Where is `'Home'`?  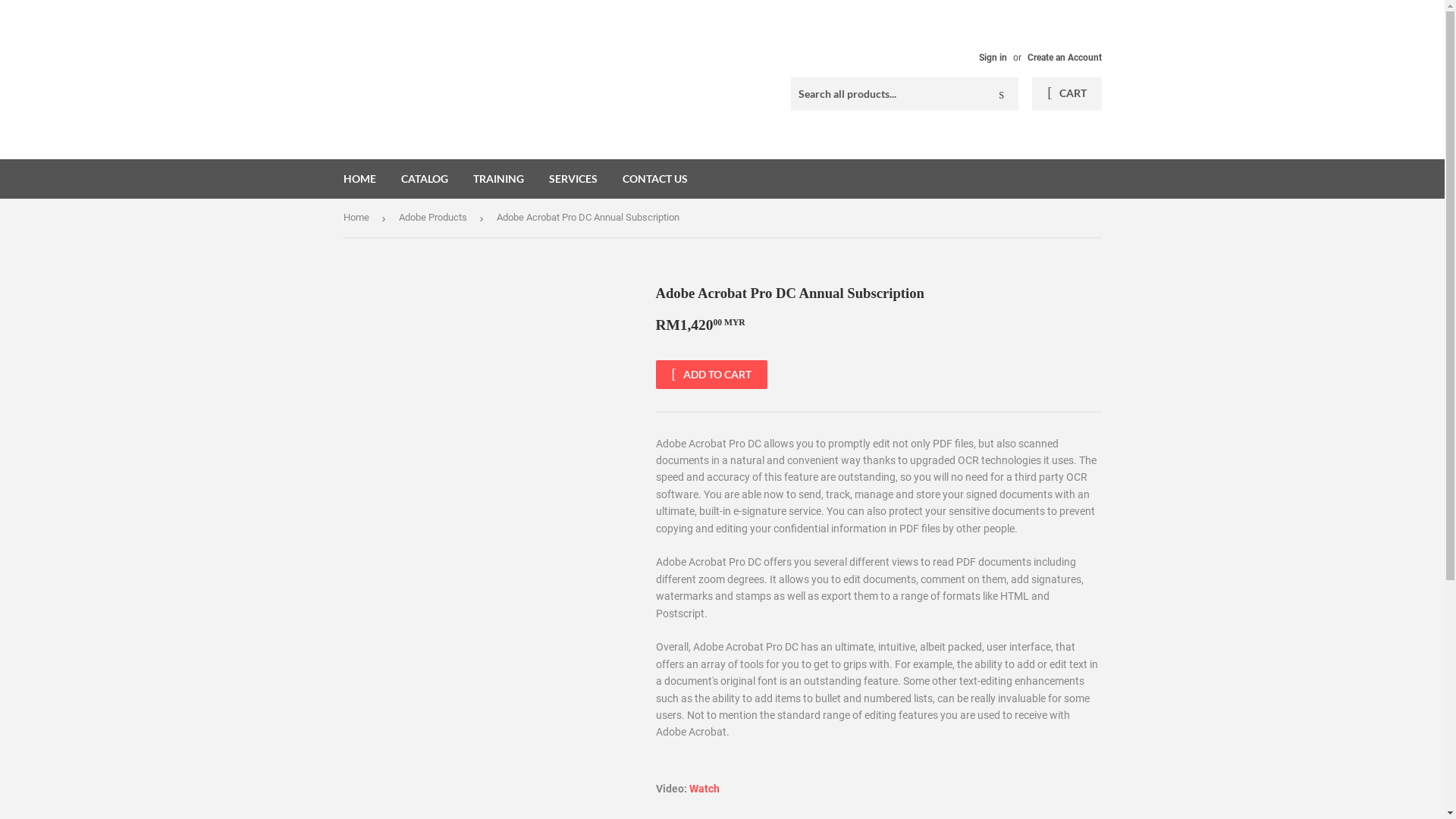 'Home' is located at coordinates (357, 218).